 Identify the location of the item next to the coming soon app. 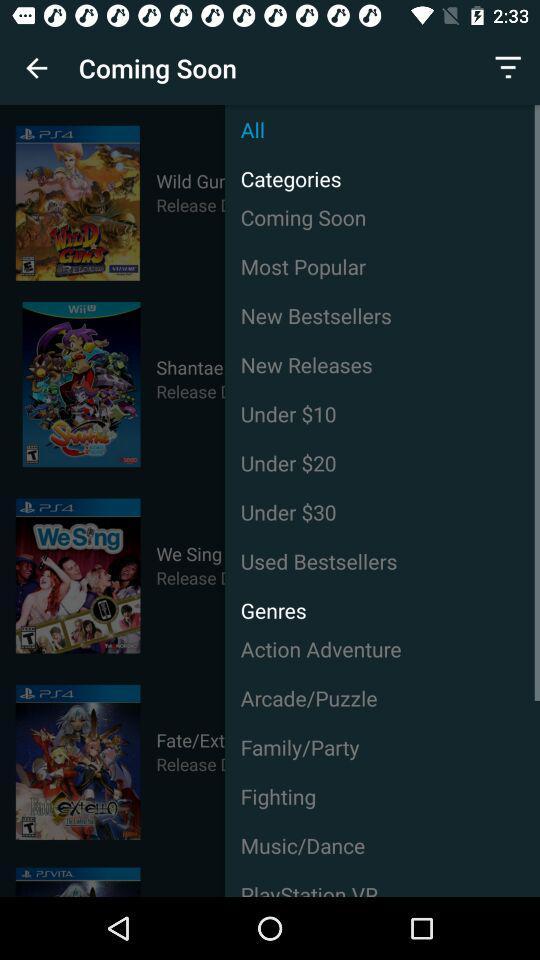
(36, 68).